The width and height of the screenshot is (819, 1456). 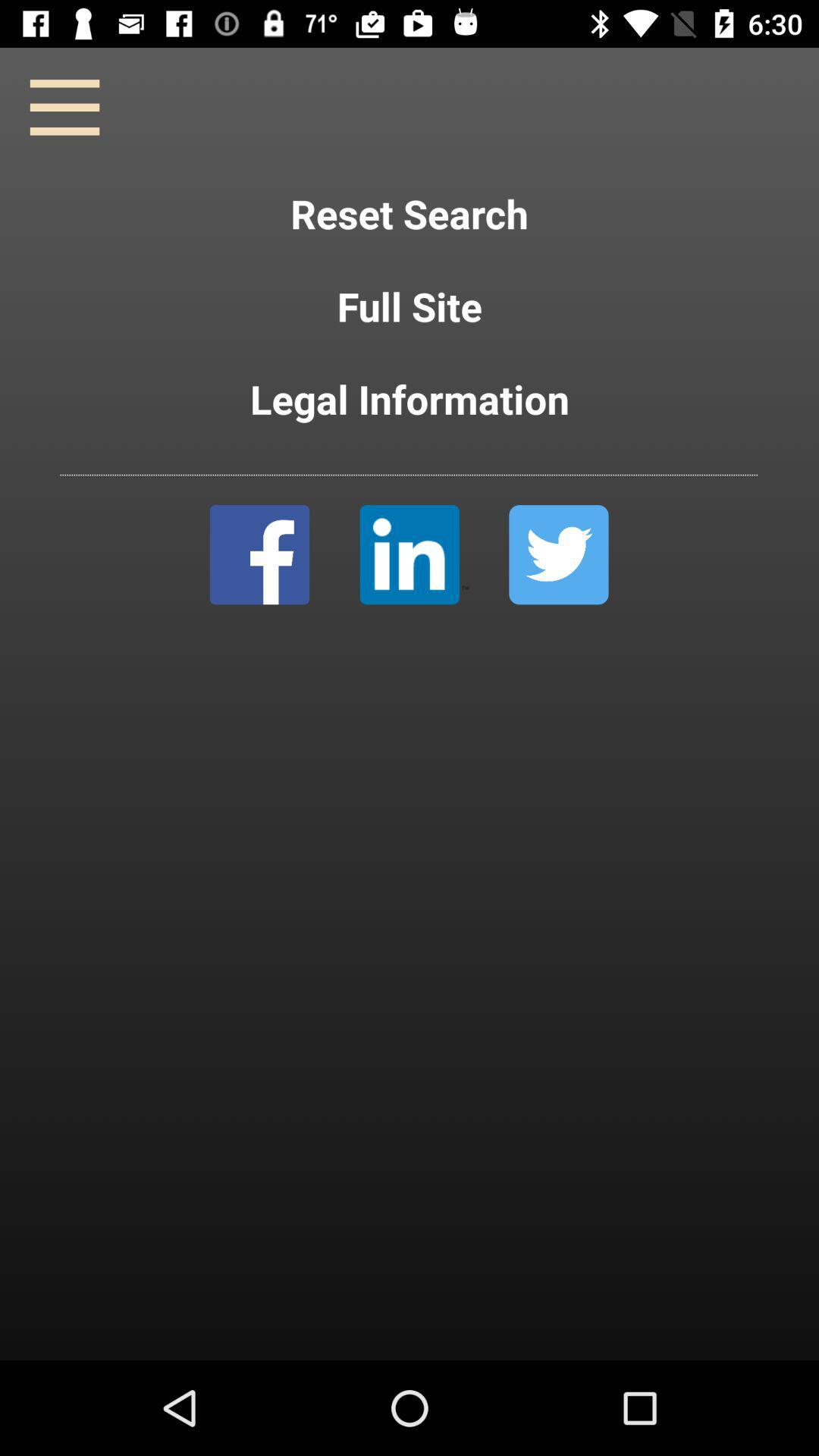 What do you see at coordinates (558, 554) in the screenshot?
I see `twitter` at bounding box center [558, 554].